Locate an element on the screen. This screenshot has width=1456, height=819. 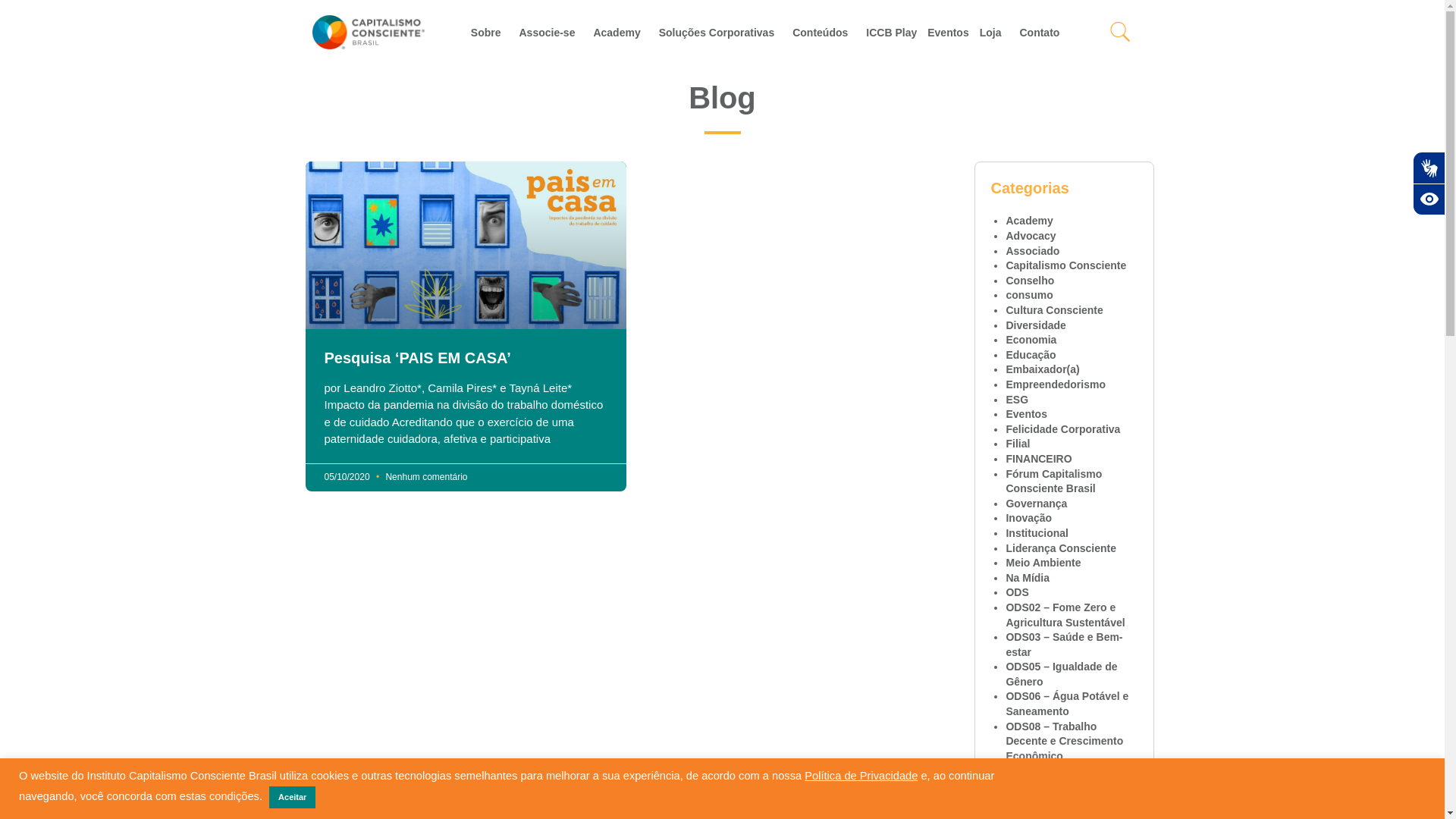
'Loja' is located at coordinates (974, 32).